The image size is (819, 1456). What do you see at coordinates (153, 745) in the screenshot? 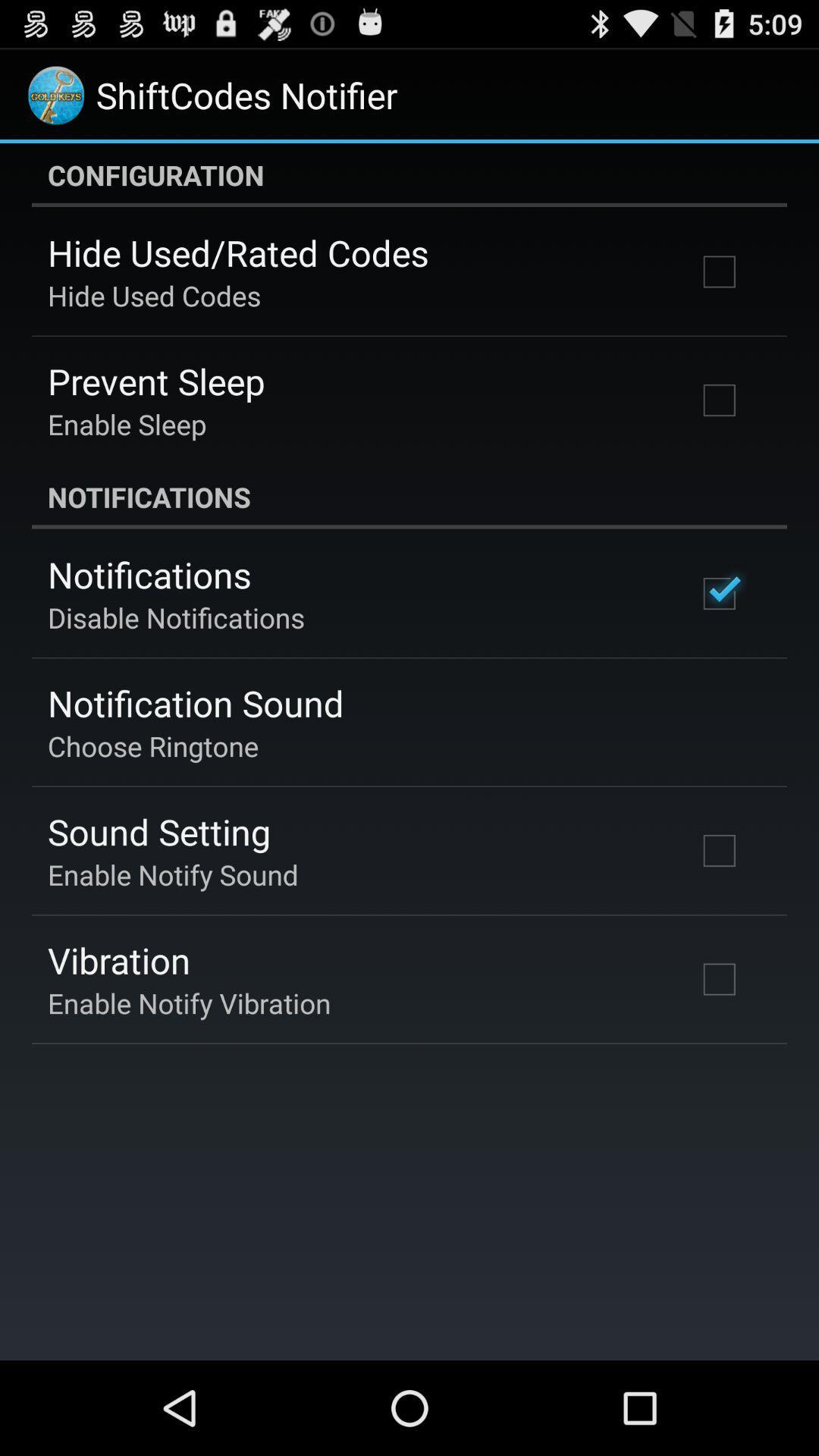
I see `item above sound setting app` at bounding box center [153, 745].